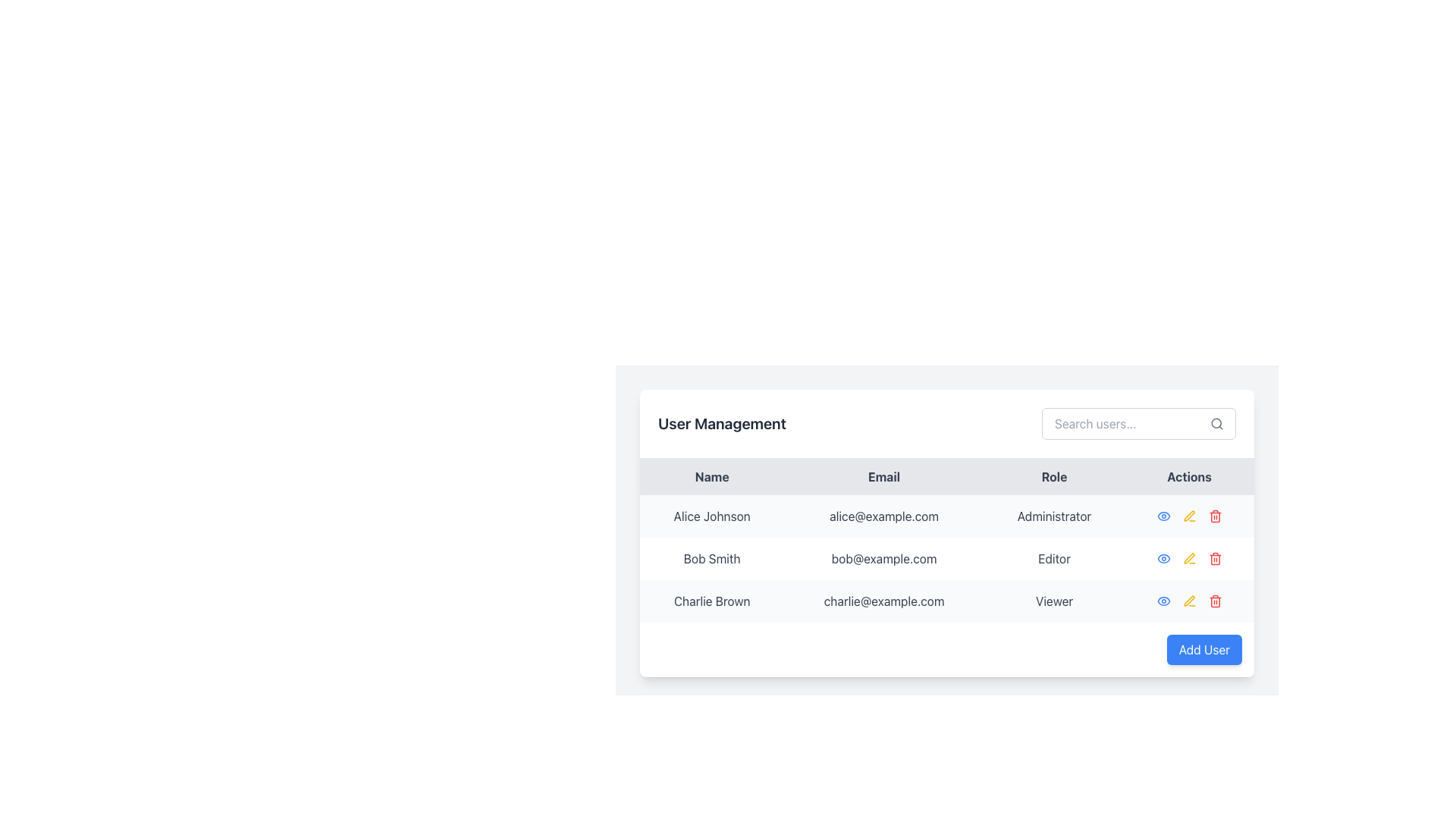  I want to click on to focus on the Search input field located in the 'User Management' section, positioned to the right of the title 'User Management', so click(1139, 424).